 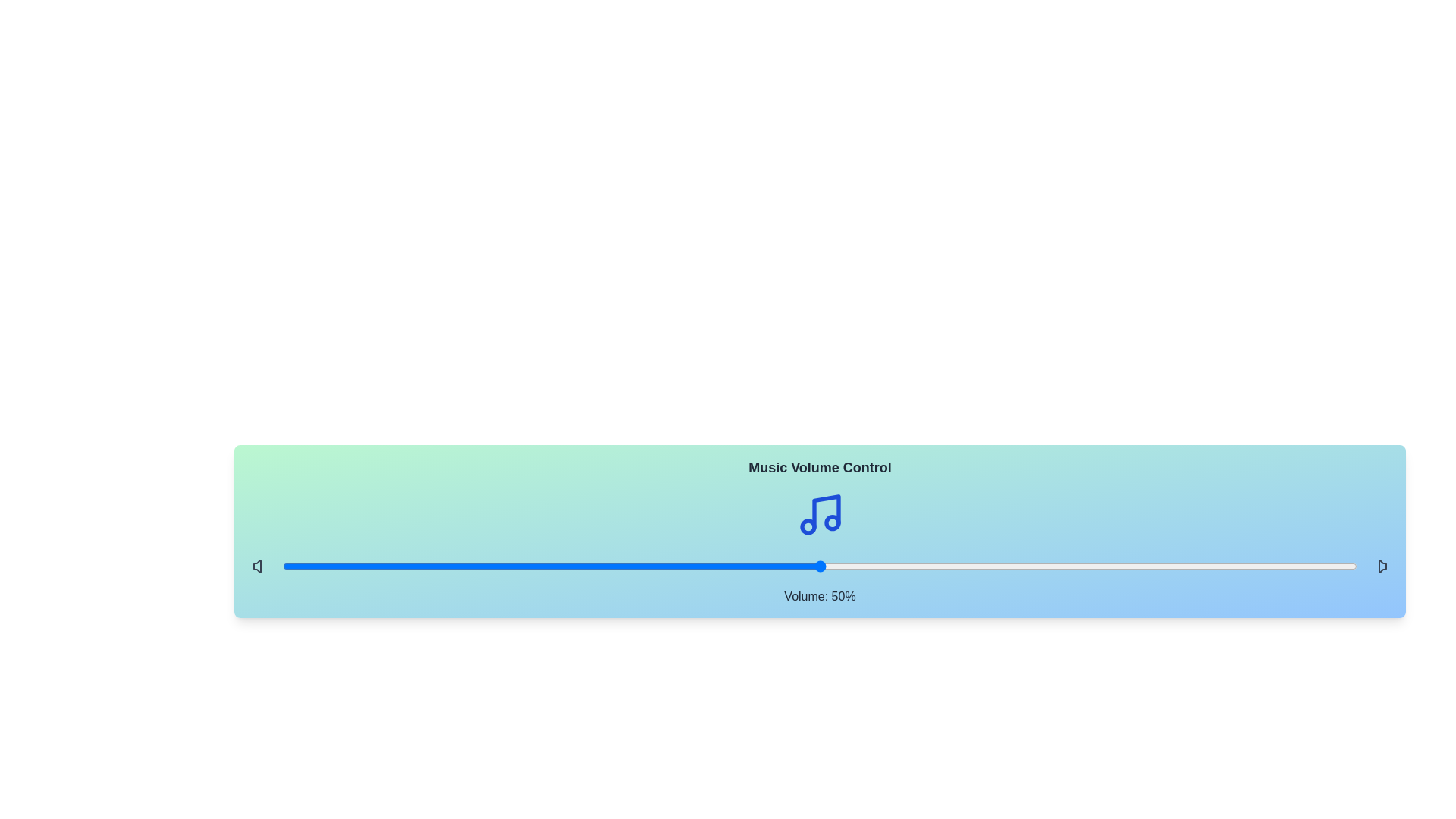 What do you see at coordinates (335, 566) in the screenshot?
I see `the volume slider to 5%` at bounding box center [335, 566].